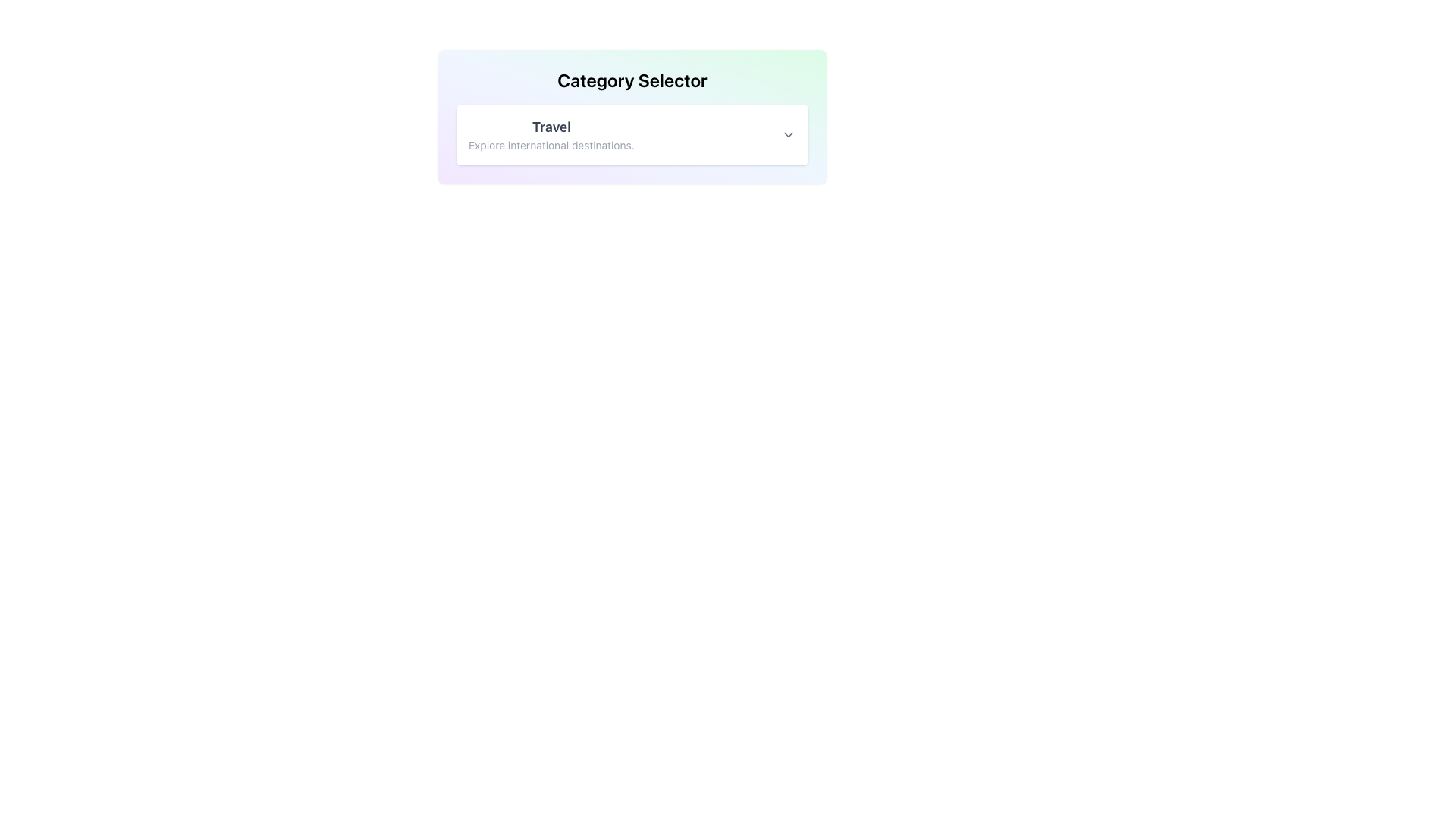 The width and height of the screenshot is (1456, 819). Describe the element at coordinates (789, 133) in the screenshot. I see `the small downward-pointing chevron icon located at the top-right corner next to the 'Travel' text` at that location.